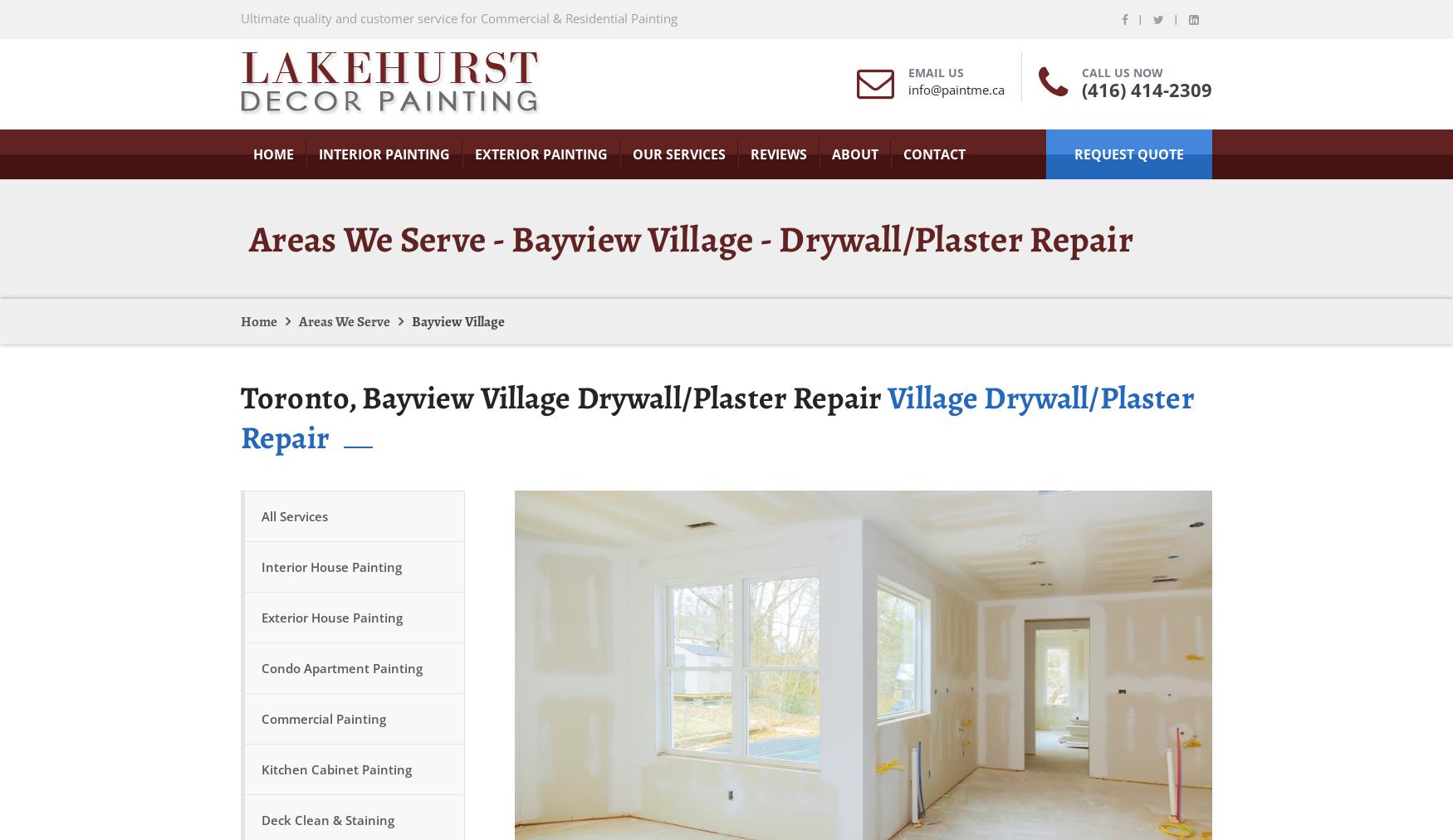  Describe the element at coordinates (1128, 154) in the screenshot. I see `'request quote'` at that location.